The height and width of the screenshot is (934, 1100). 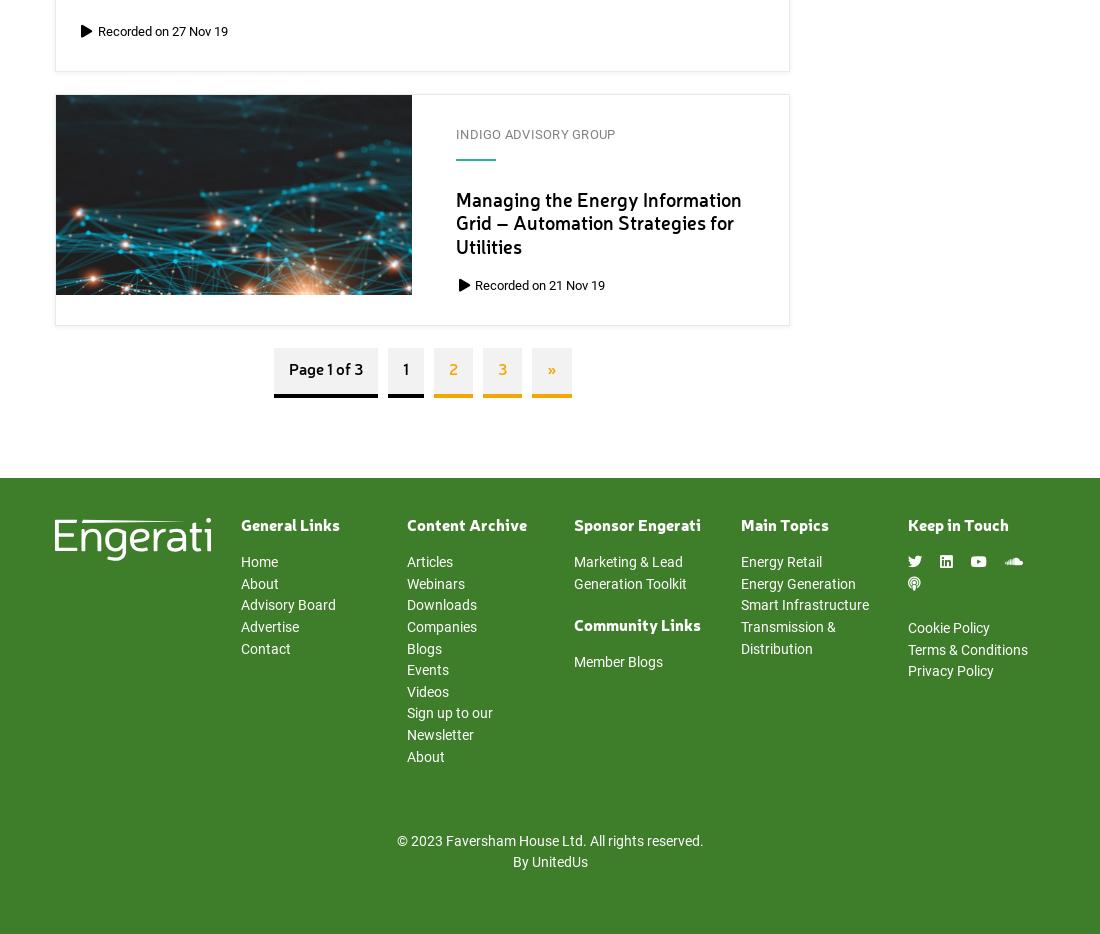 I want to click on '1', so click(x=405, y=370).